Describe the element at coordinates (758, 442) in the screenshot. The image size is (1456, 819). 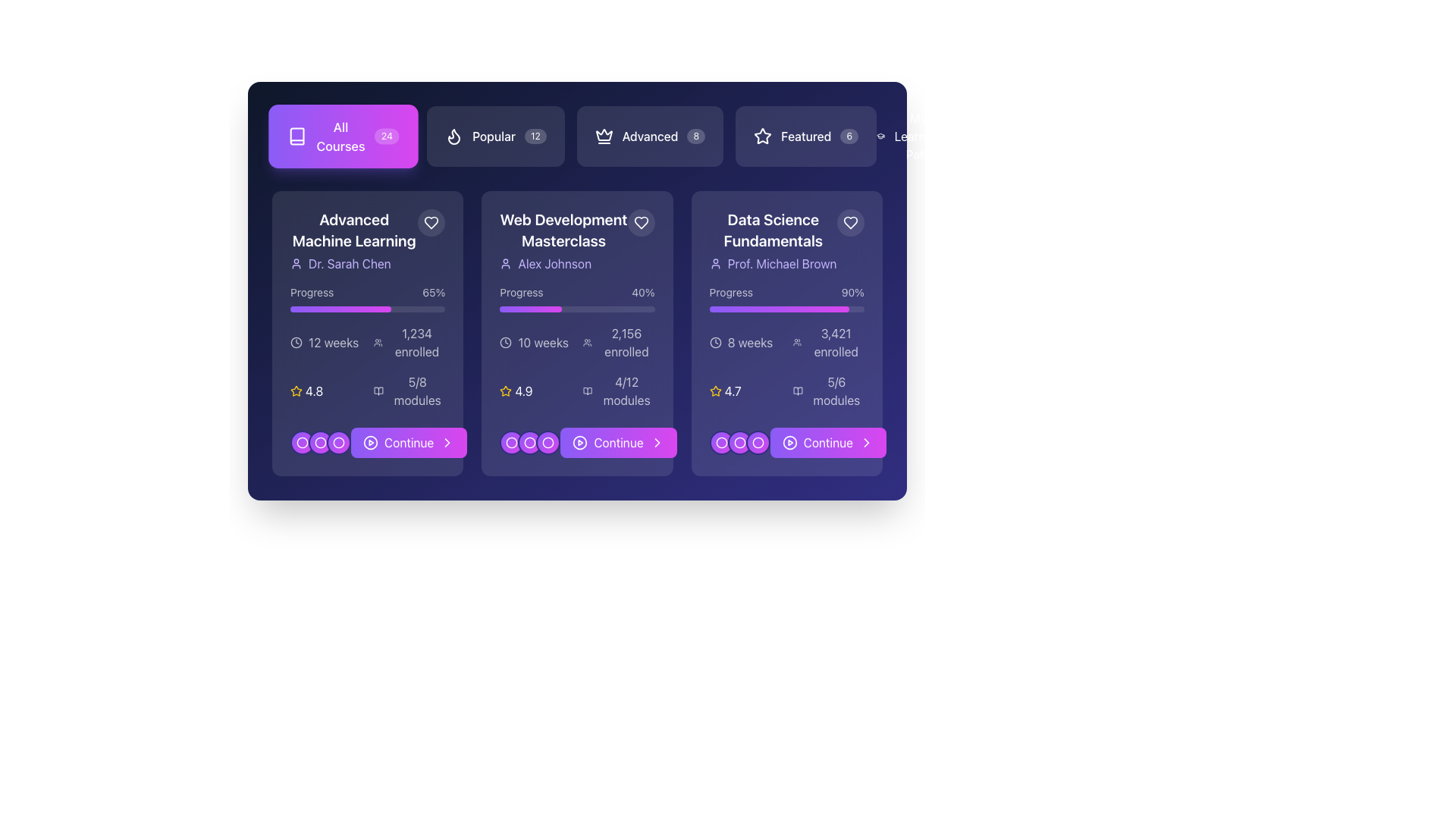
I see `the third circular icon within the 'Data Science Fundamentals' card, which is a purple icon with a white circular border` at that location.